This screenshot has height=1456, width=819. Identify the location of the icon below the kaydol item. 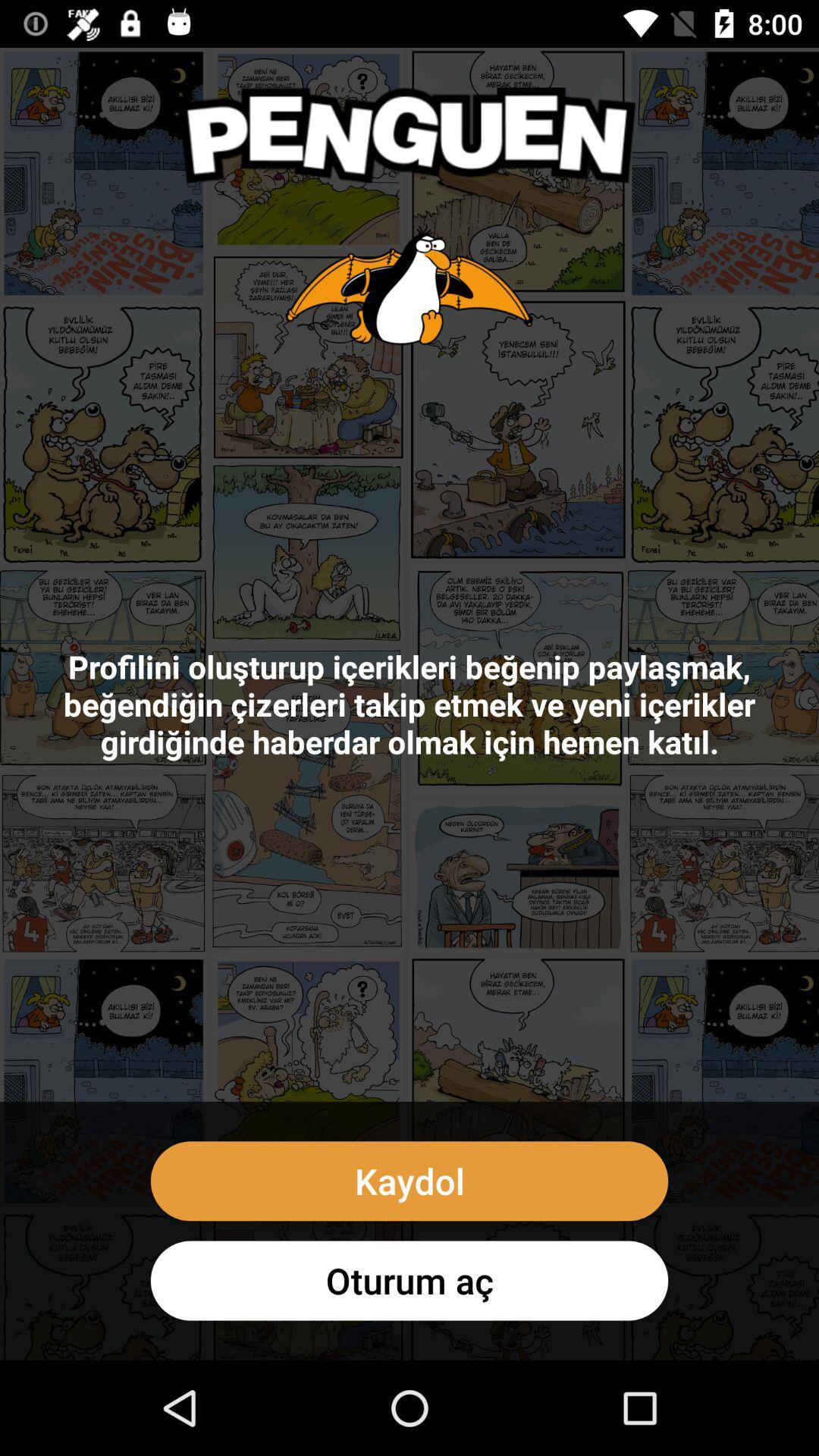
(409, 1280).